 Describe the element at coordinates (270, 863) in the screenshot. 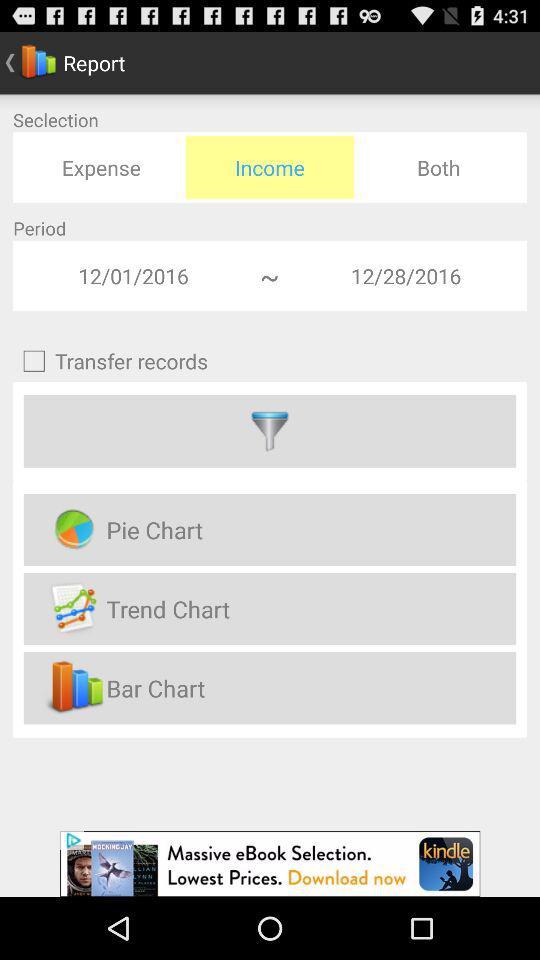

I see `details about advertisement` at that location.